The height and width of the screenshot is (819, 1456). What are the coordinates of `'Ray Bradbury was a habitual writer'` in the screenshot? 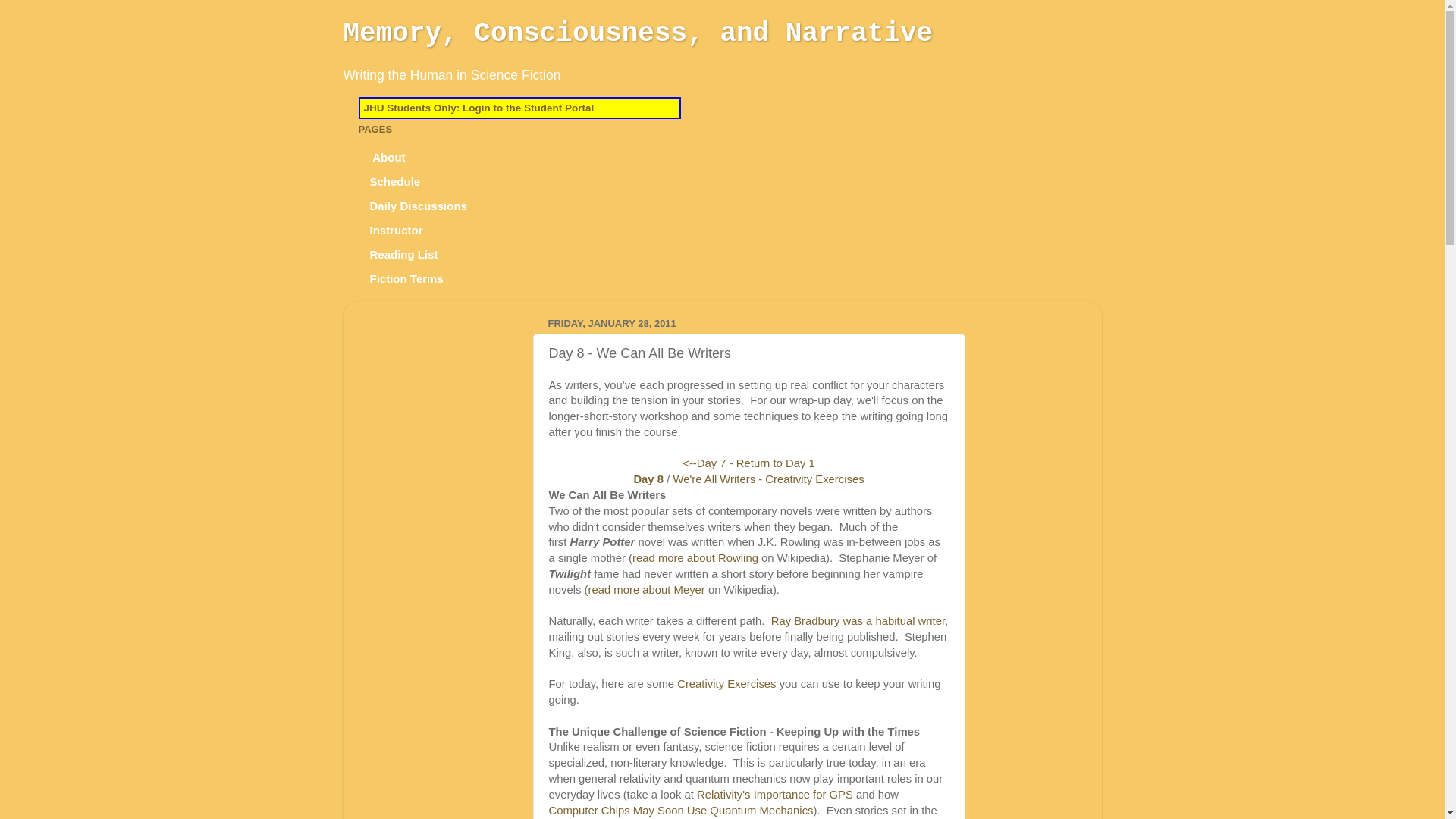 It's located at (858, 620).